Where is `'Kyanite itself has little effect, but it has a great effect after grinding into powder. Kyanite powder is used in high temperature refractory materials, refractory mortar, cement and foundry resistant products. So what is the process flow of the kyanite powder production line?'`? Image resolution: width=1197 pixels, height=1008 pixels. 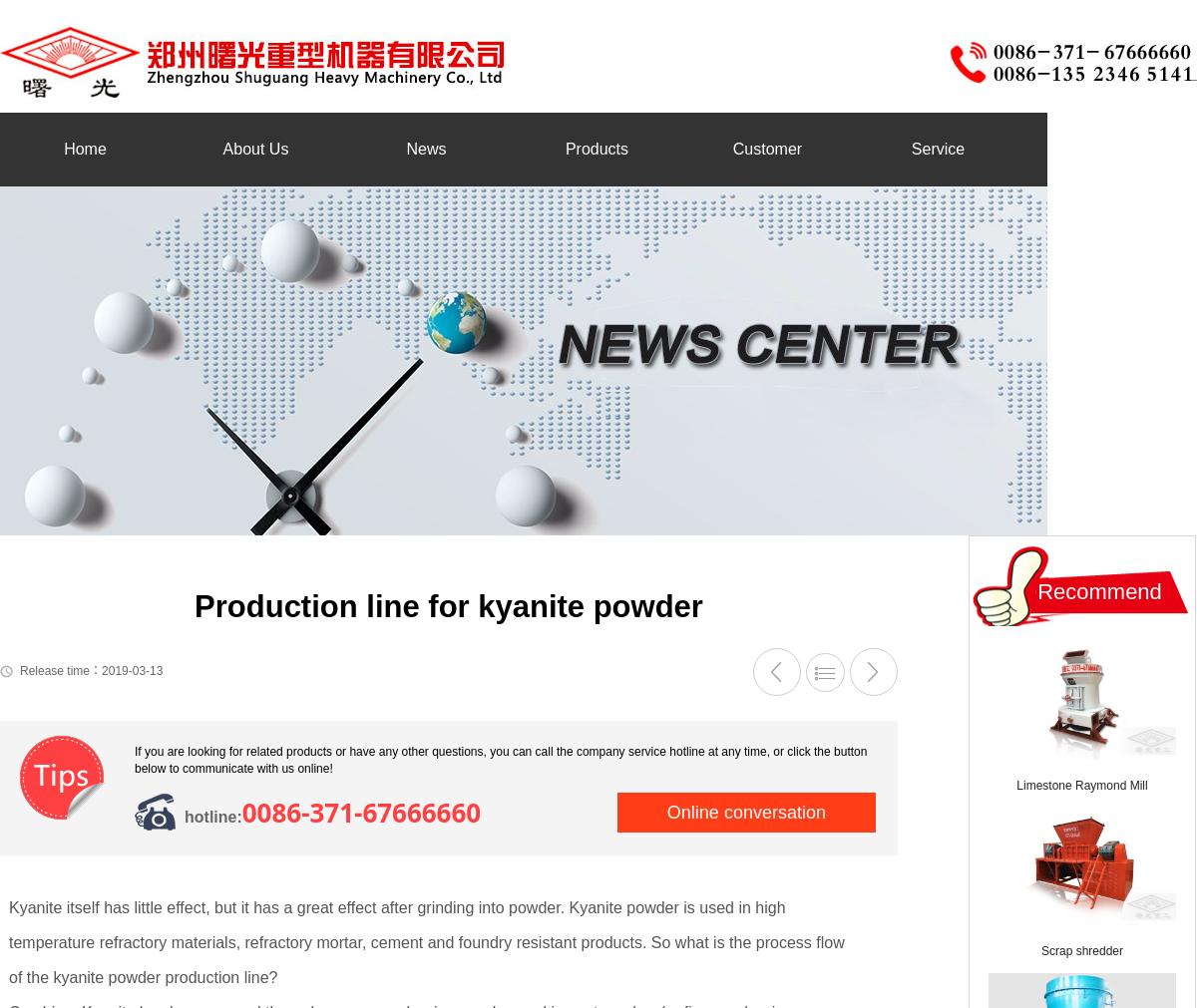
'Kyanite itself has little effect, but it has a great effect after grinding into powder. Kyanite powder is used in high temperature refractory materials, refractory mortar, cement and foundry resistant products. So what is the process flow of the kyanite powder production line?' is located at coordinates (9, 941).